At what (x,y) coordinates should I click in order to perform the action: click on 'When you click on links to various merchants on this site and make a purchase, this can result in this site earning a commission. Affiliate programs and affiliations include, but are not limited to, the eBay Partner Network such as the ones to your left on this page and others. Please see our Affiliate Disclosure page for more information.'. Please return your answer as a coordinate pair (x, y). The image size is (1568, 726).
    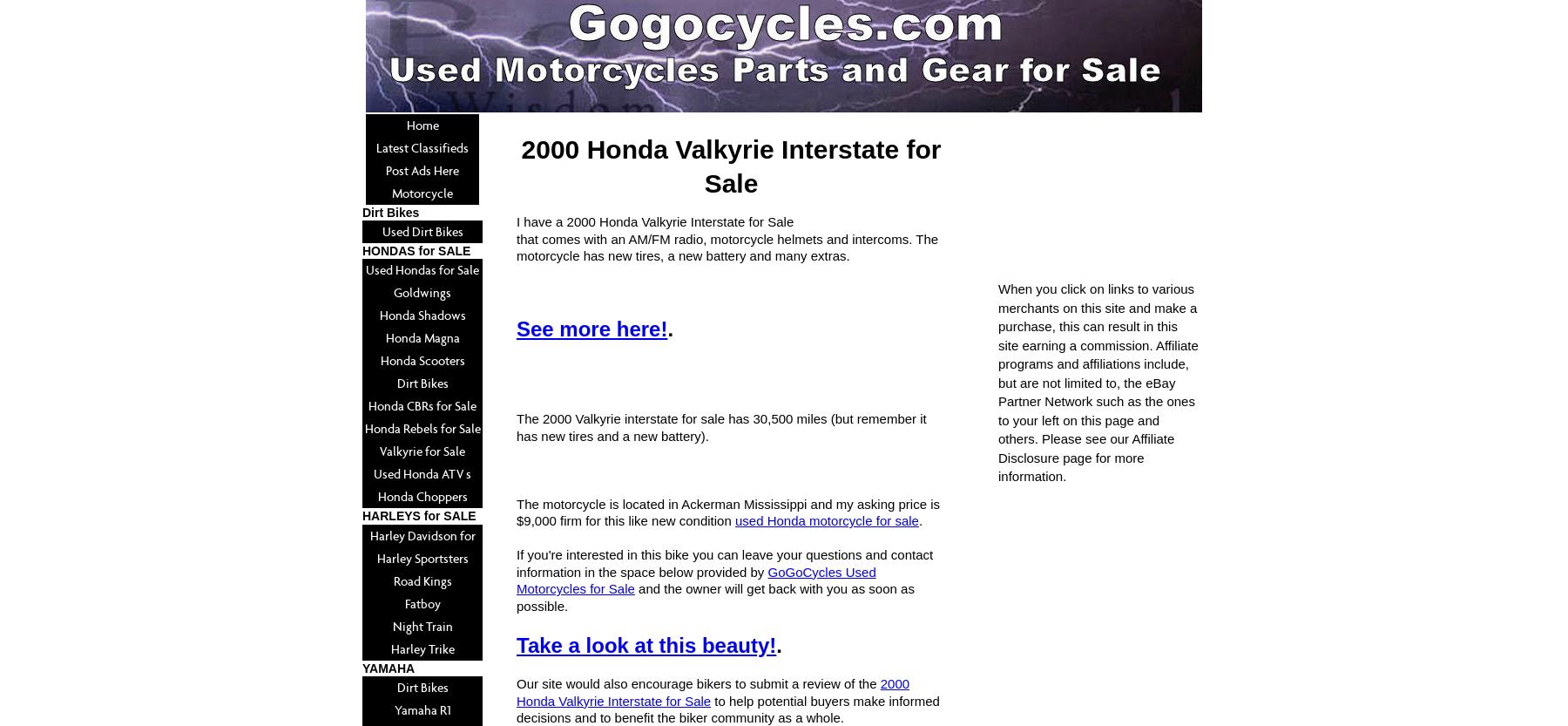
    Looking at the image, I should click on (1098, 381).